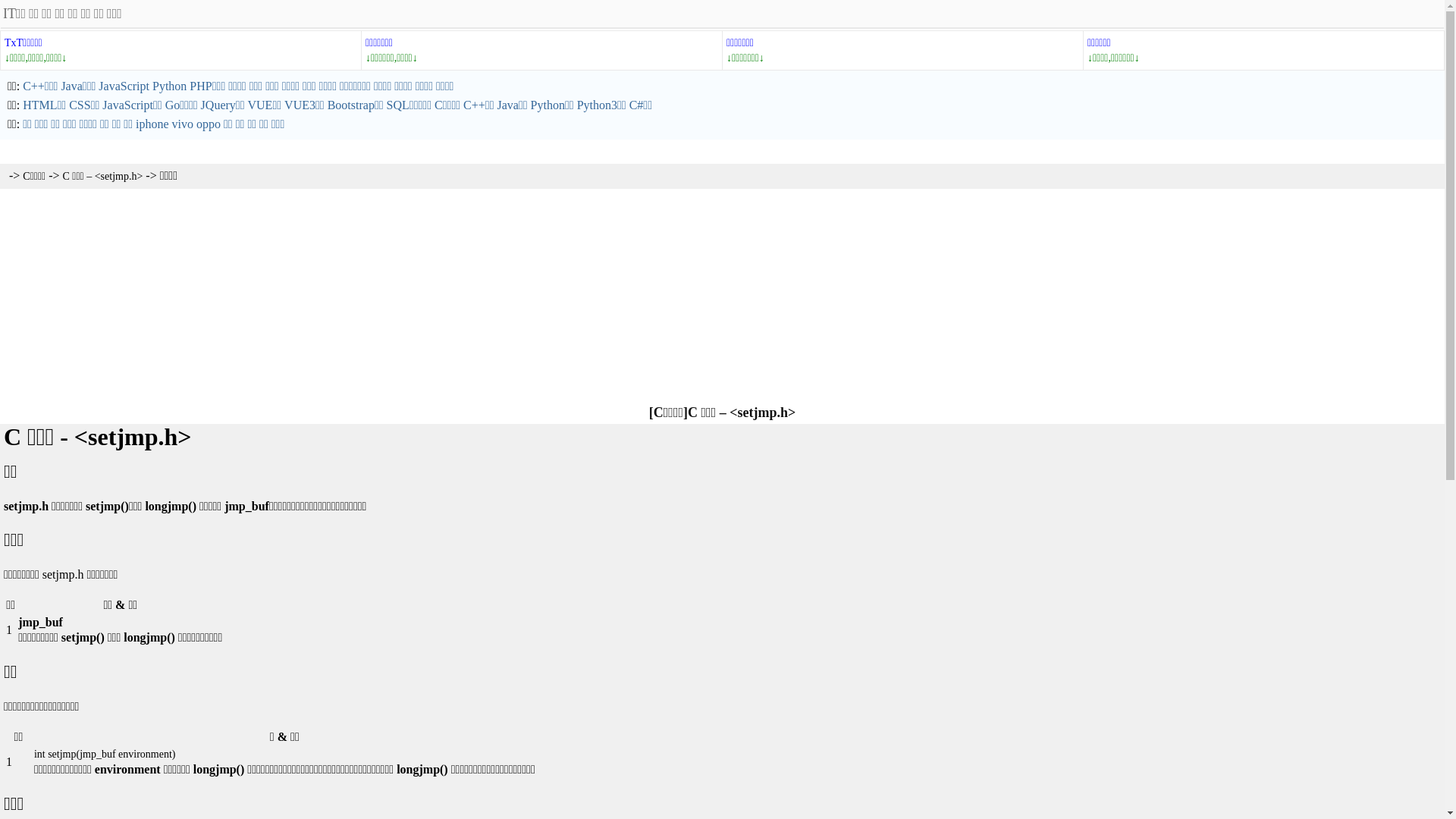 Image resolution: width=1456 pixels, height=819 pixels. What do you see at coordinates (720, 295) in the screenshot?
I see `'Advertisement'` at bounding box center [720, 295].